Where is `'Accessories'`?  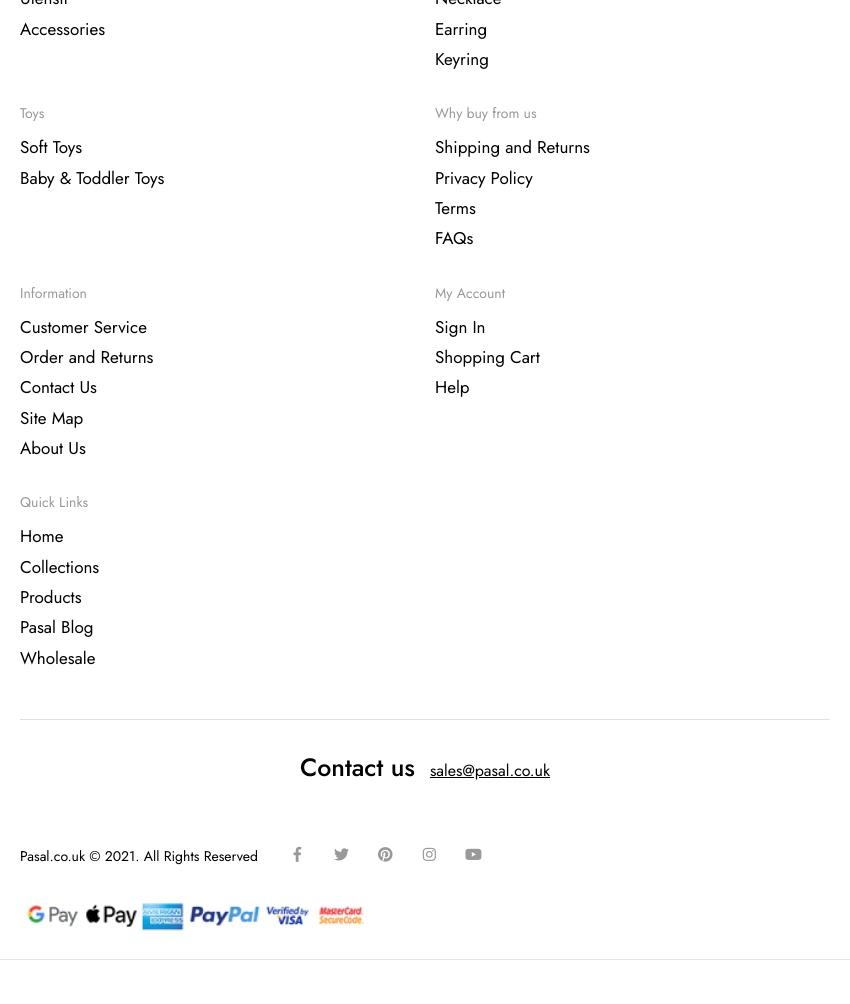 'Accessories' is located at coordinates (62, 29).